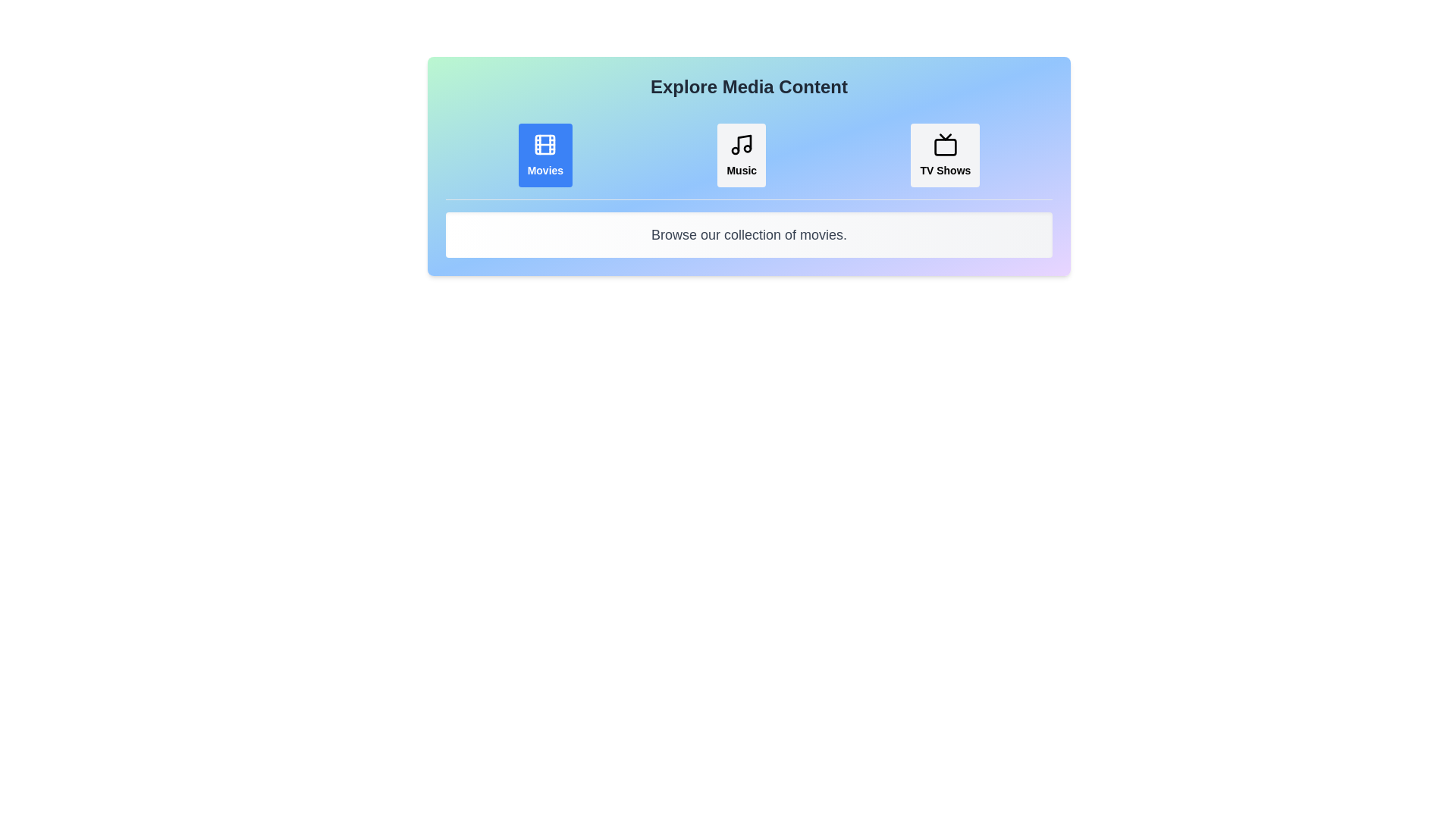 This screenshot has width=1456, height=819. What do you see at coordinates (749, 155) in the screenshot?
I see `the Interactive Button Group` at bounding box center [749, 155].